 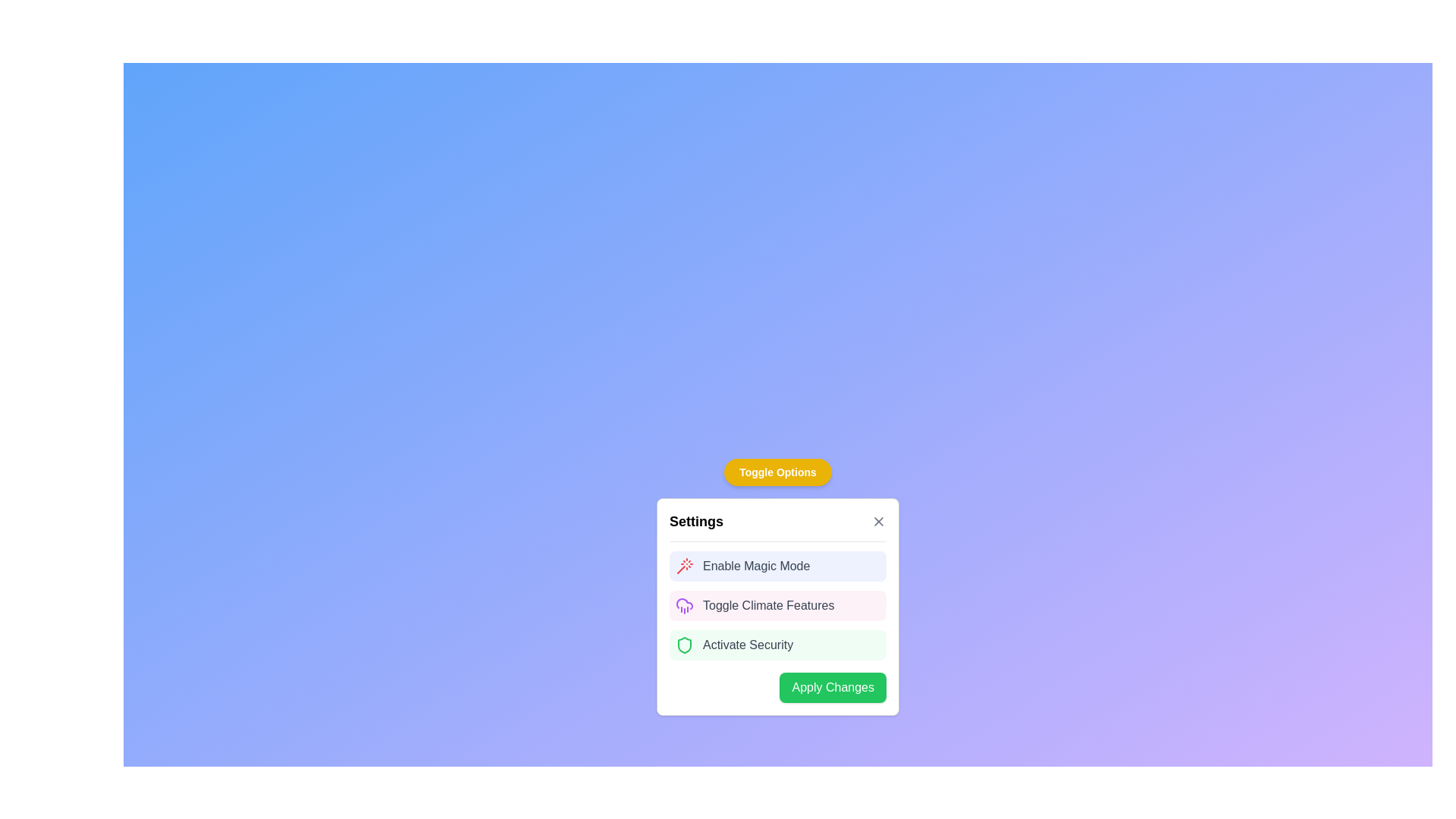 I want to click on the shield icon located in the third row of the settings options list in the 'Settings' modal panel, which is positioned to the left of the 'Activate Security' text, so click(x=683, y=645).